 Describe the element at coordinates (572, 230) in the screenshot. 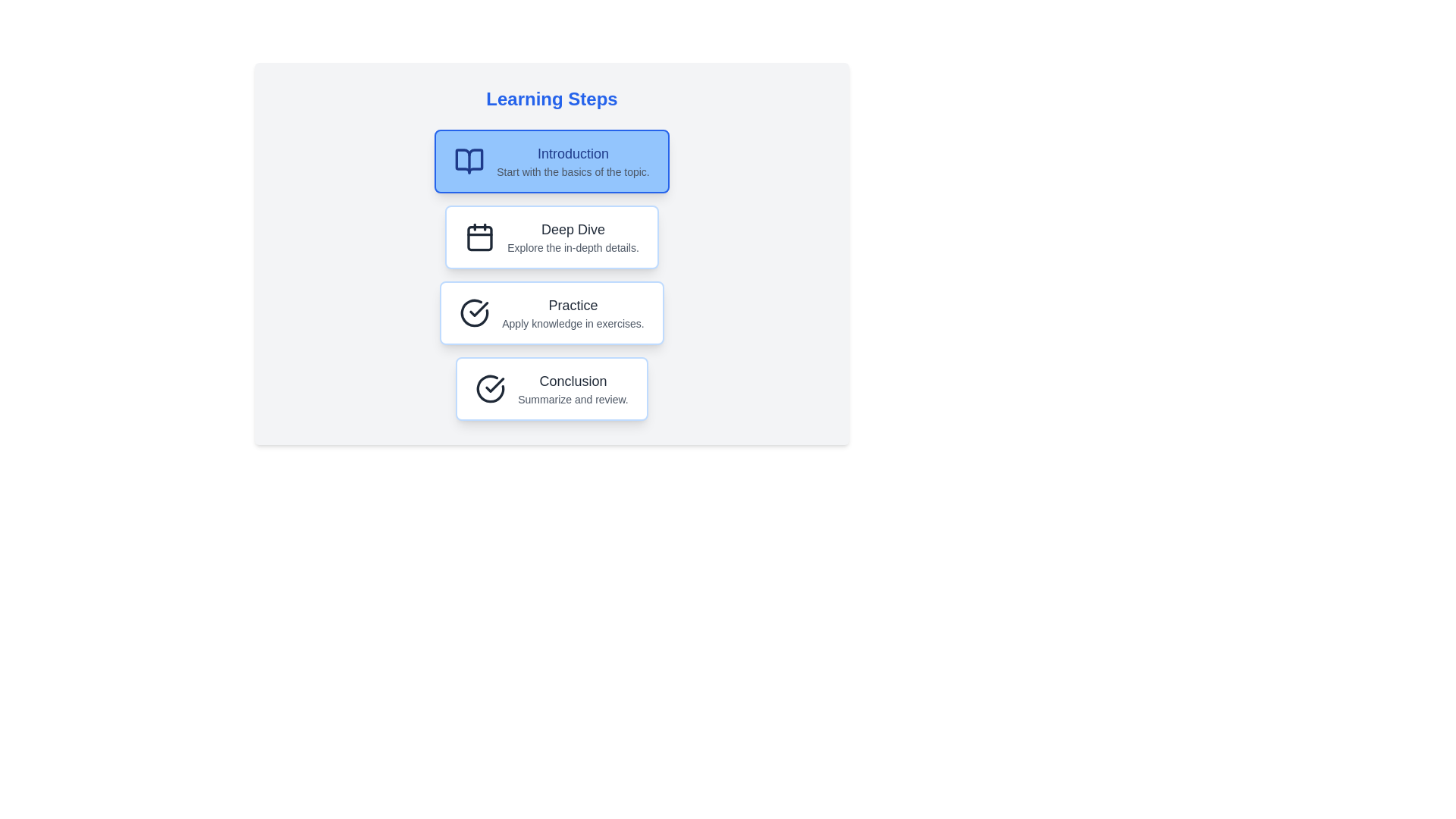

I see `the Text label that serves as the title for the second rectangular button labeled 'Deep Dive'` at that location.